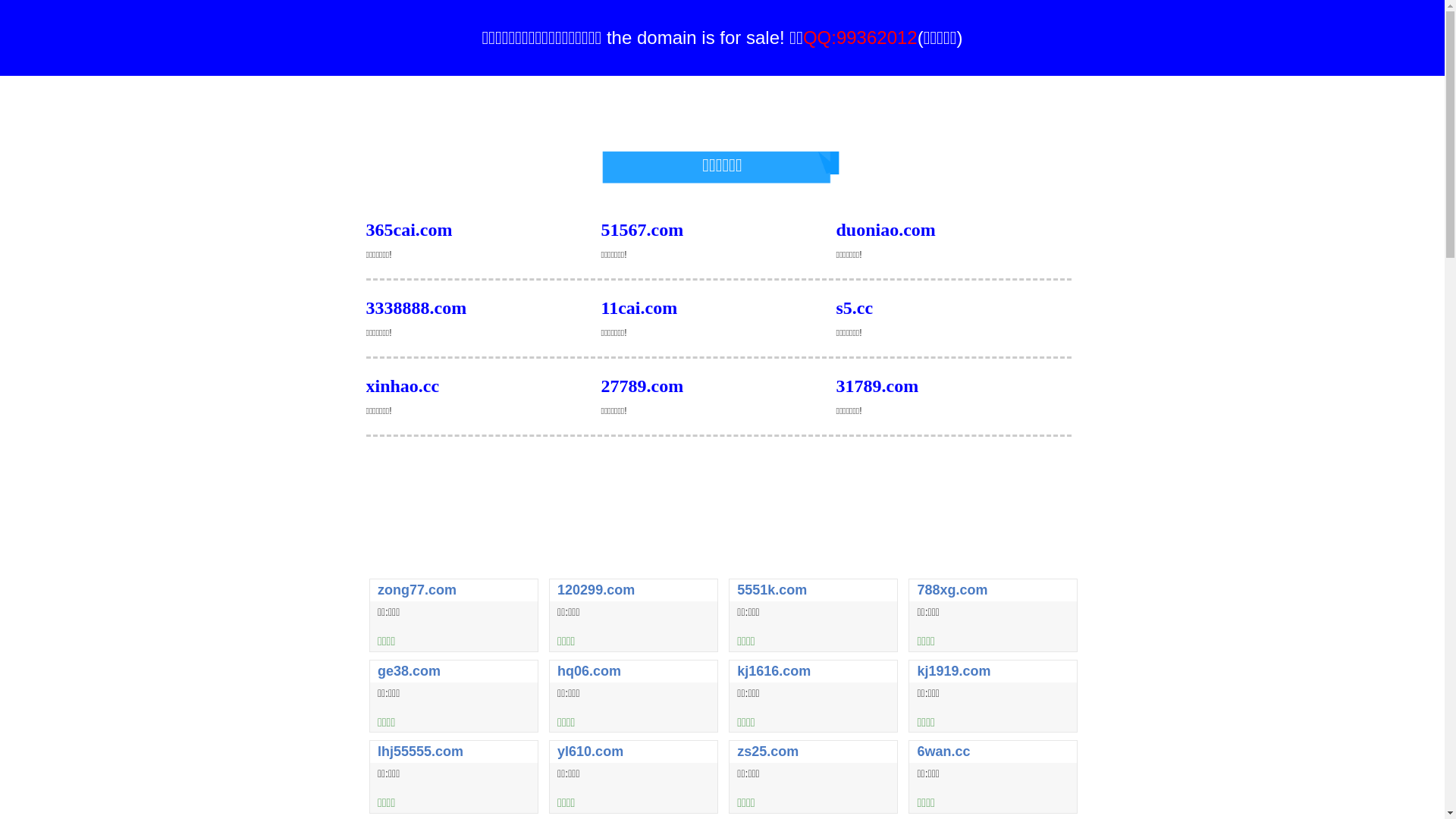 This screenshot has width=1456, height=819. Describe the element at coordinates (720, 534) in the screenshot. I see `'Advertisement'` at that location.